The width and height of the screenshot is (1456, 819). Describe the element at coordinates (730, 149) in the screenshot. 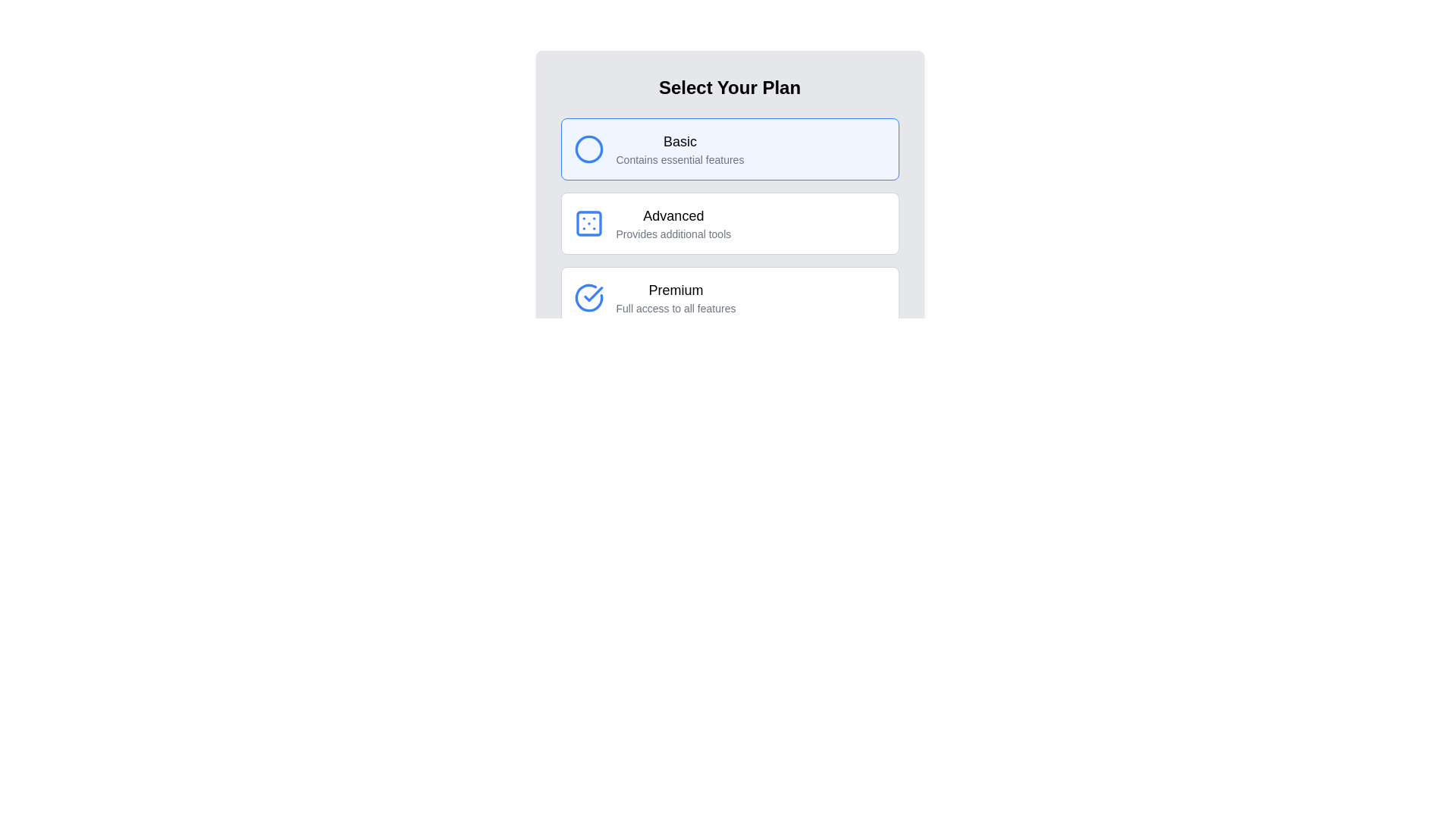

I see `the 'Basic' subscription plan selectable button located directly below the 'Select Your Plan' header` at that location.